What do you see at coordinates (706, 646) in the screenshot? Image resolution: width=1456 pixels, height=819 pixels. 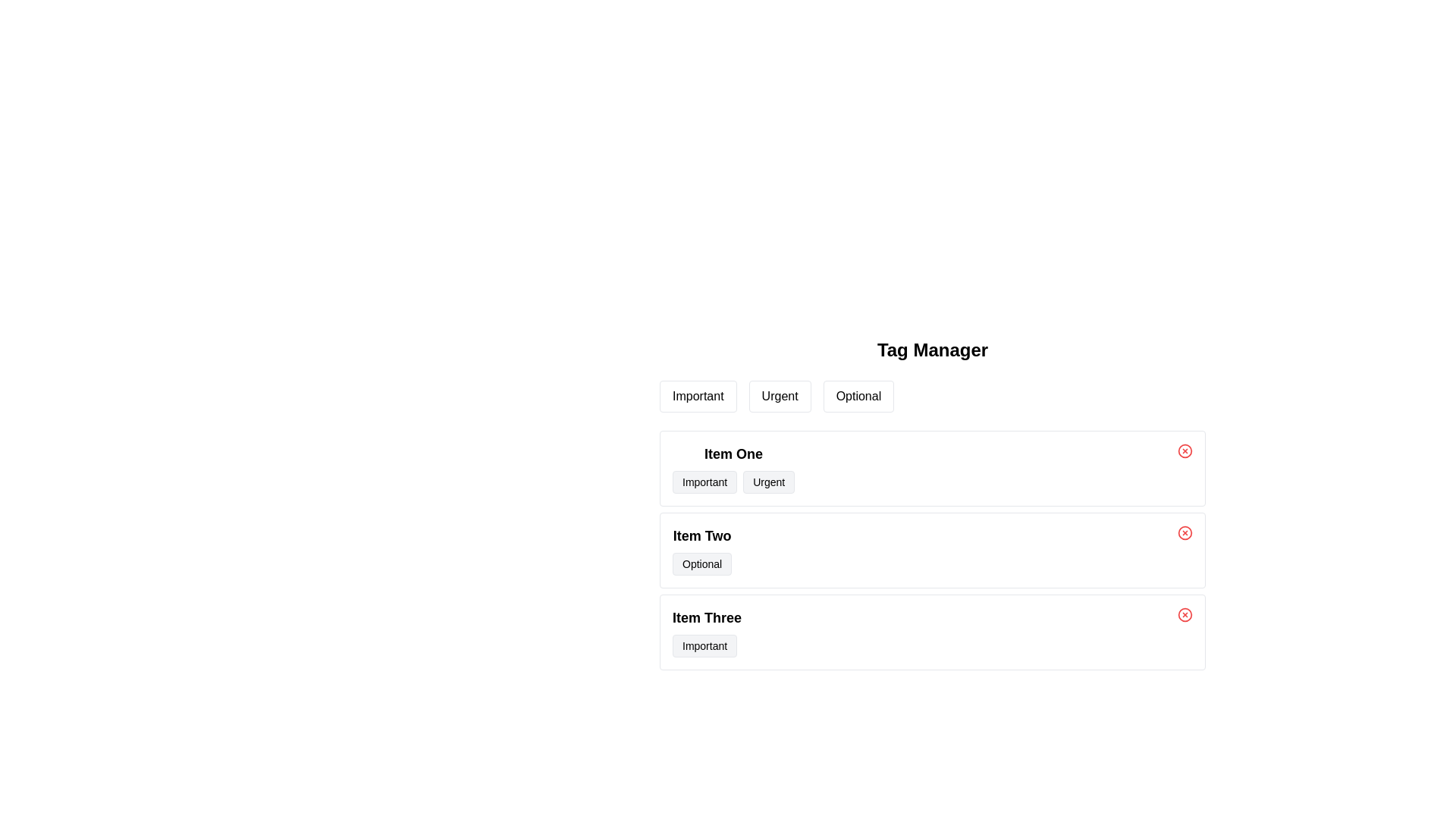 I see `the 'Important' tag label, which is a small rounded rectangular tag with a light gray background and black text` at bounding box center [706, 646].